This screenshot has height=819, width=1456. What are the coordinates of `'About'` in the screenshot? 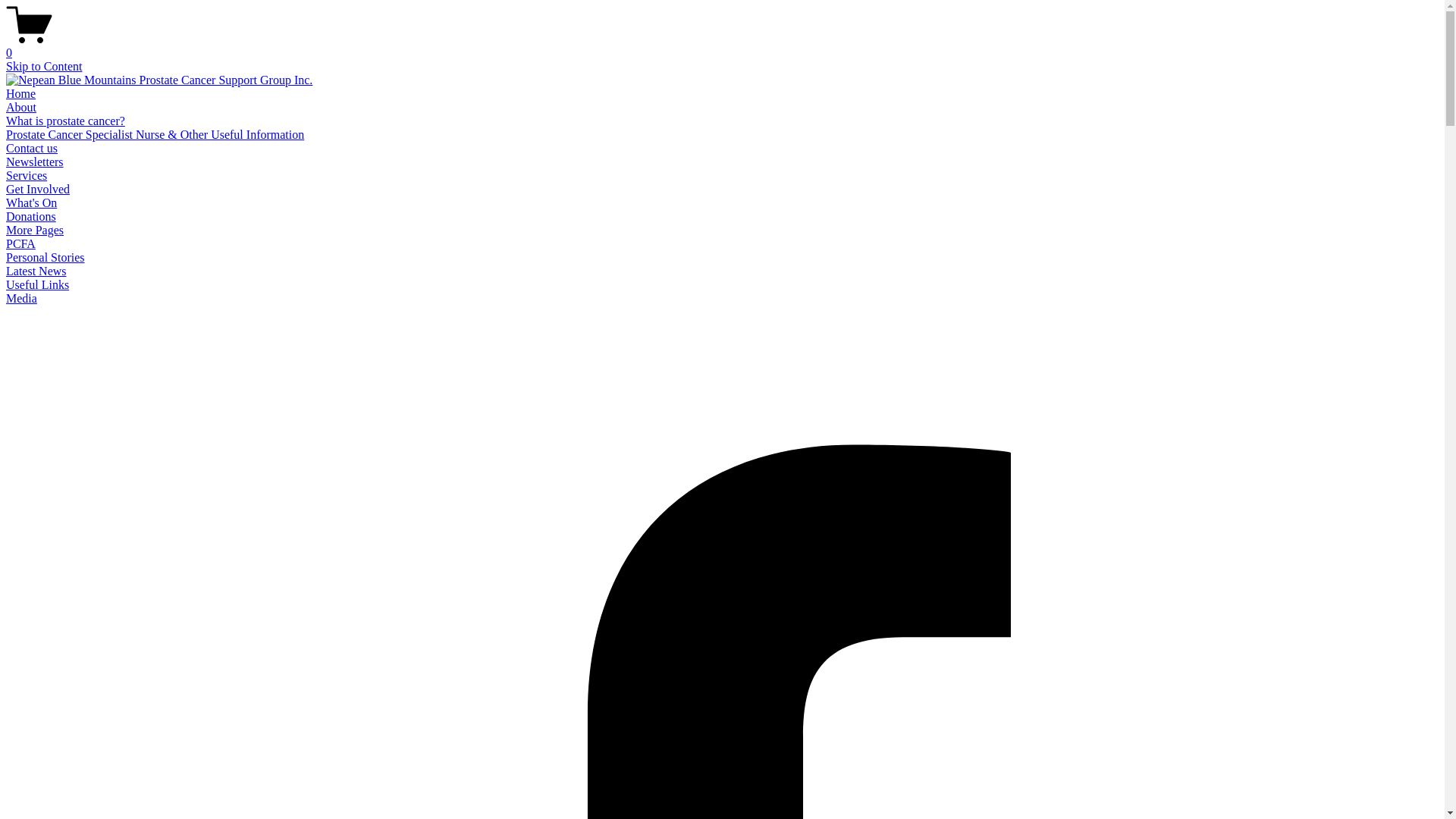 It's located at (21, 106).